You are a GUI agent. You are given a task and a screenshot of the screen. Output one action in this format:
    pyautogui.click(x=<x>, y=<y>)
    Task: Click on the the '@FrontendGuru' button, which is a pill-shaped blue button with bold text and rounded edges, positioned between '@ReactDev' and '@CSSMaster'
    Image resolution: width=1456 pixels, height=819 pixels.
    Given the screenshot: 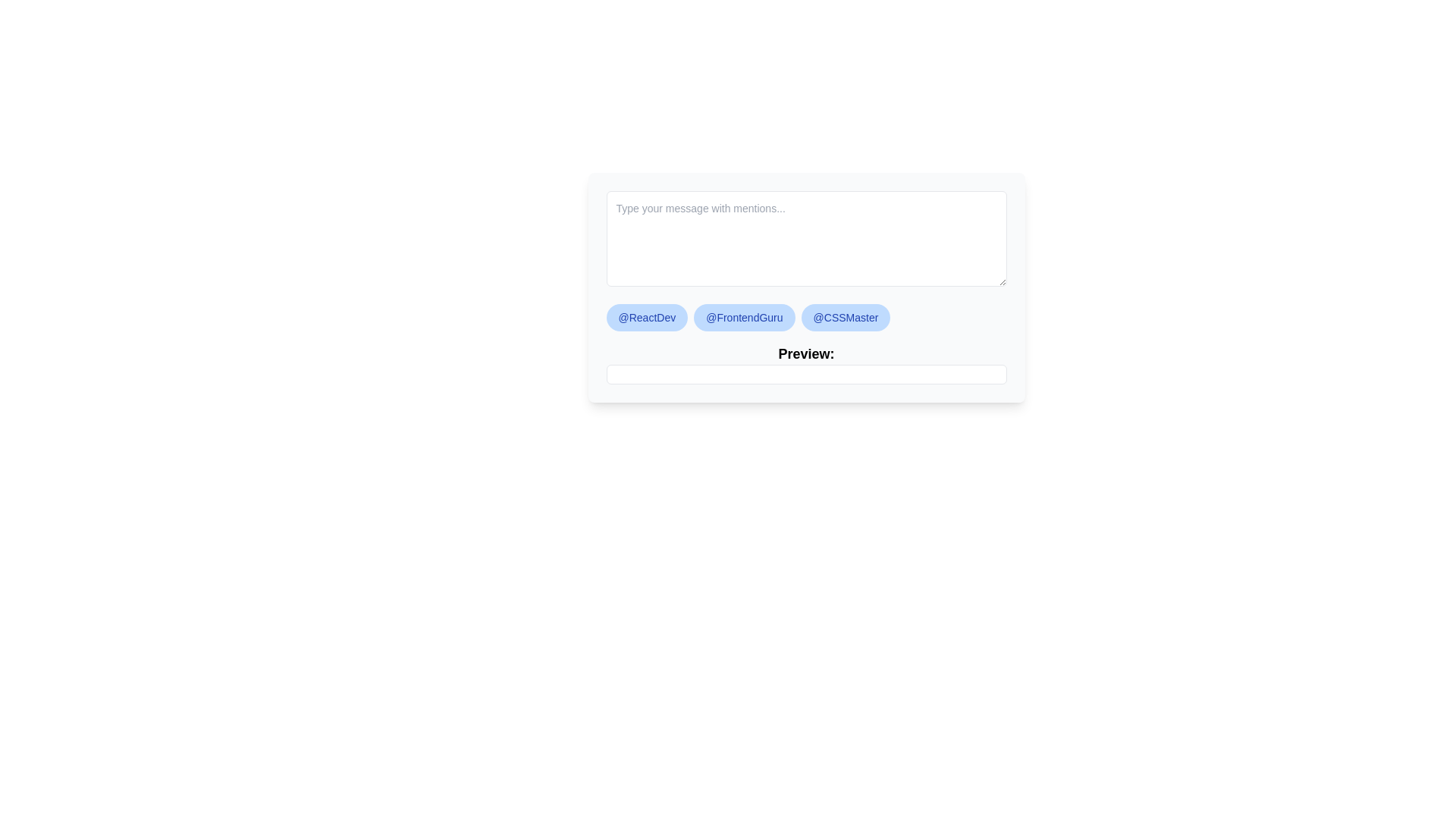 What is the action you would take?
    pyautogui.click(x=744, y=317)
    